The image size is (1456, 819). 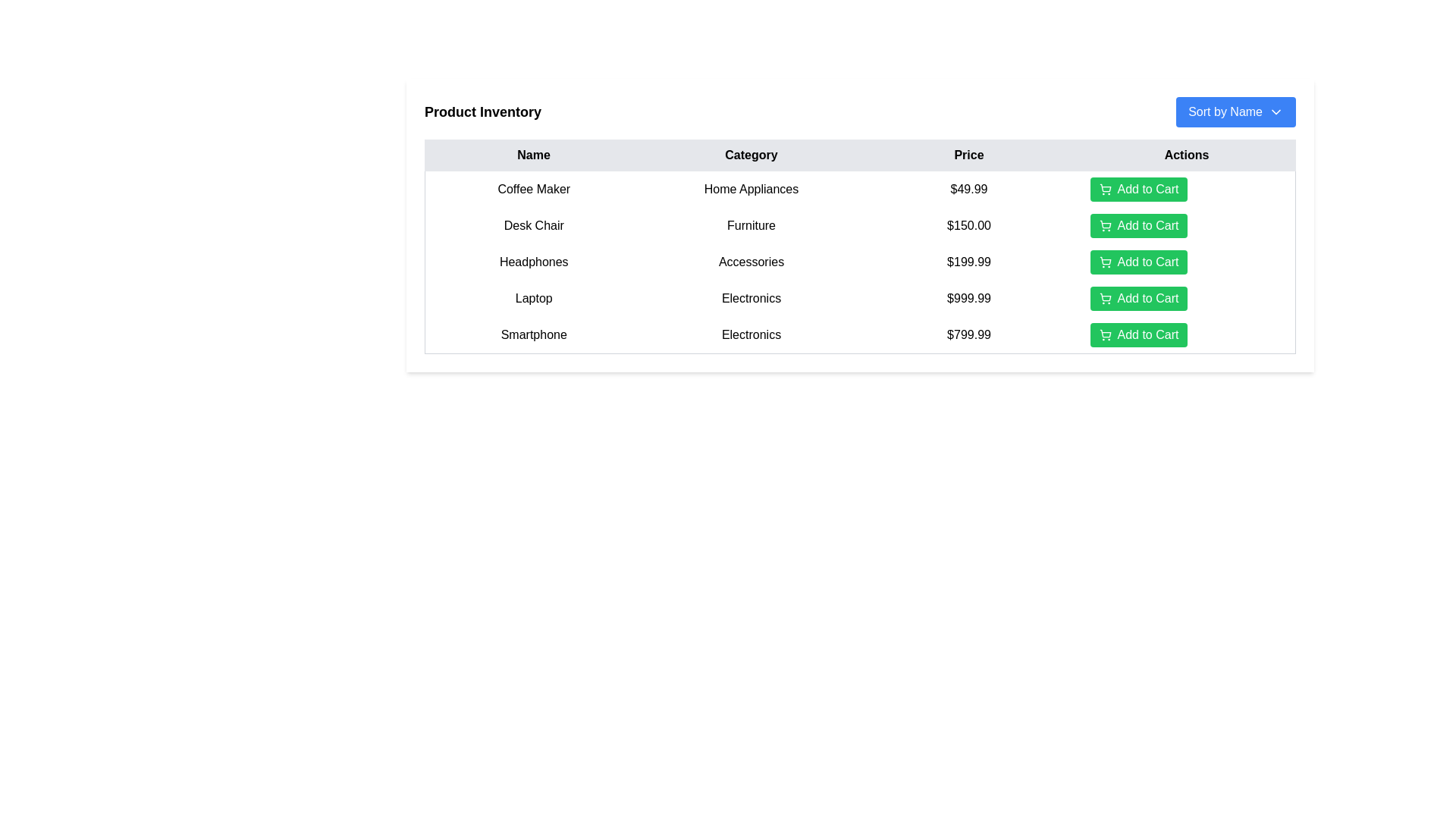 I want to click on the text label displaying 'Headphones', which is styled with centered alignment and padding, located in the 'Name' column of a product details table, so click(x=534, y=262).